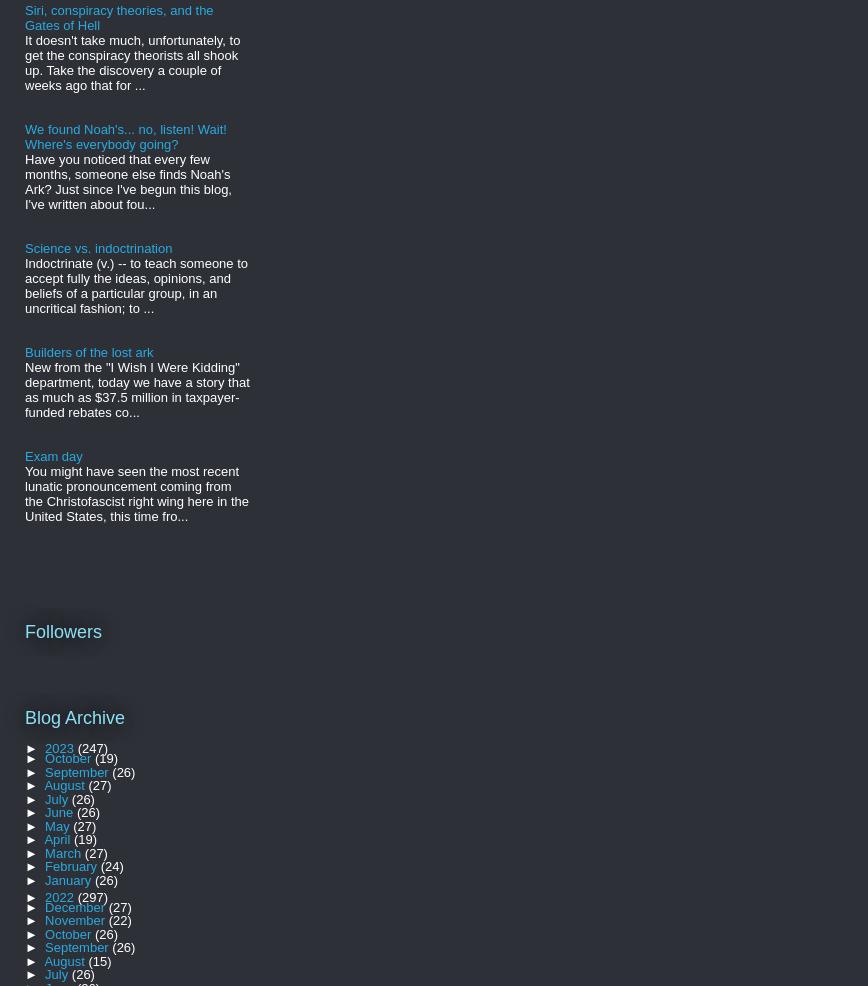 This screenshot has width=868, height=986. I want to click on 'May', so click(59, 824).